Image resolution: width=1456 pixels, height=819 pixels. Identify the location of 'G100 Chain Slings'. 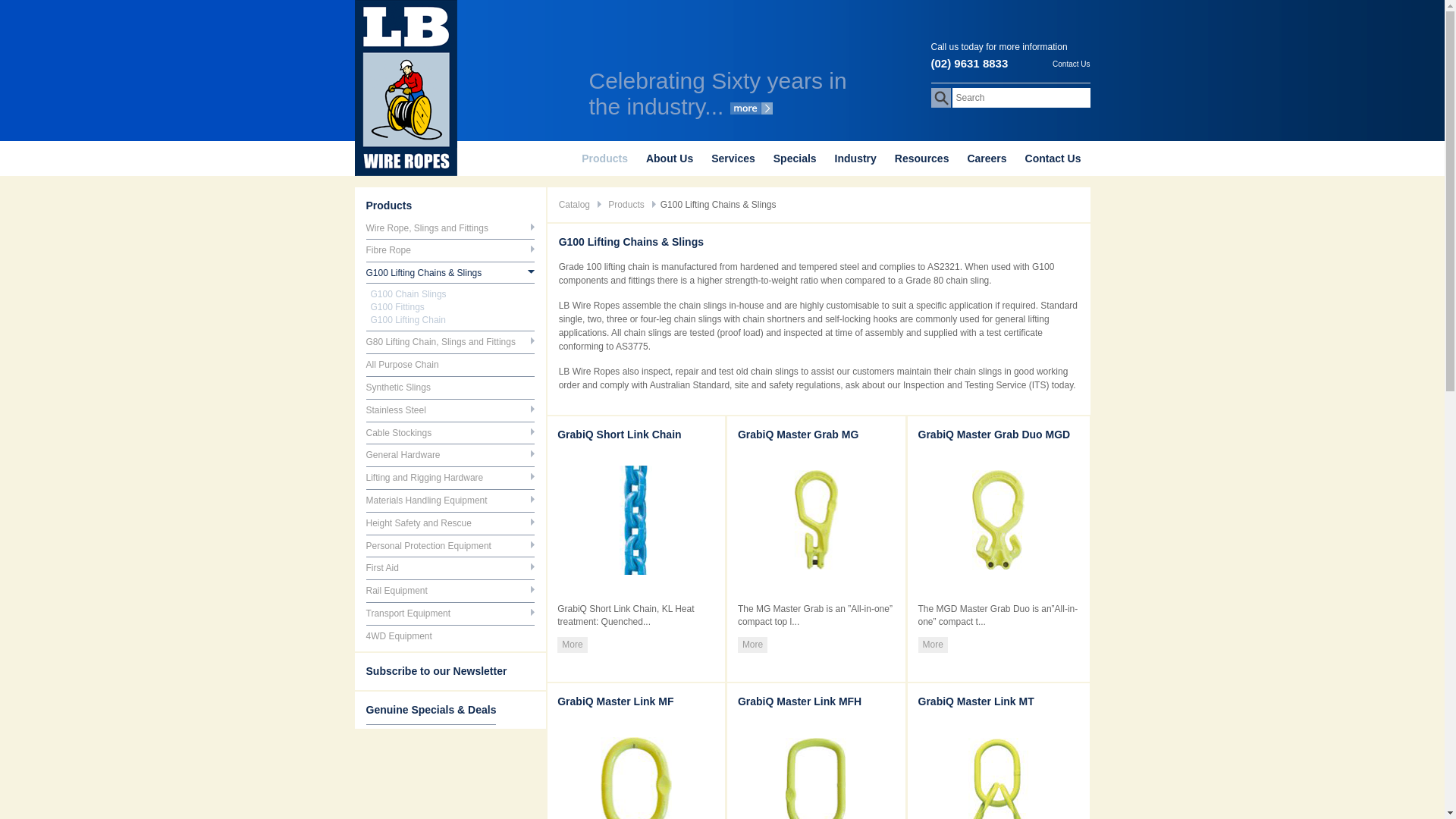
(370, 294).